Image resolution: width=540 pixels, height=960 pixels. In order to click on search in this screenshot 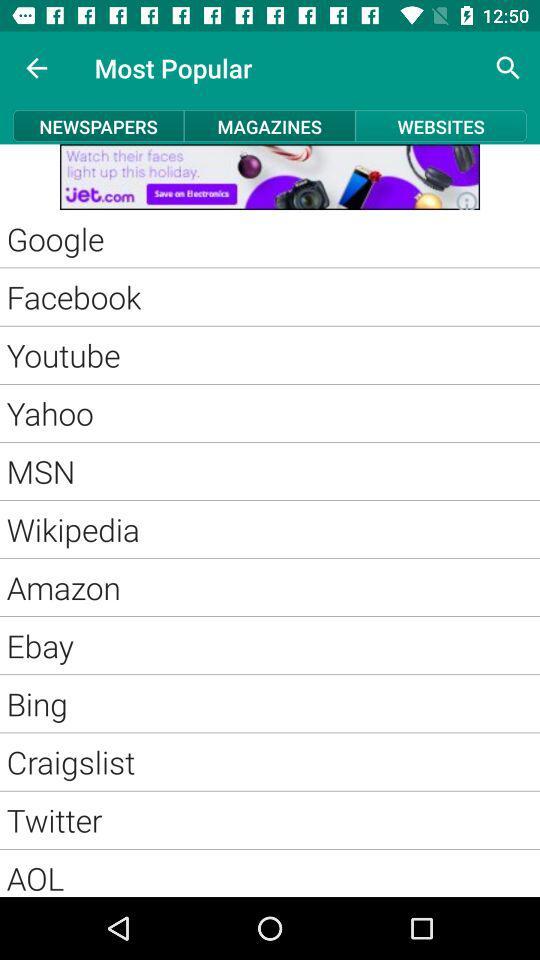, I will do `click(508, 68)`.